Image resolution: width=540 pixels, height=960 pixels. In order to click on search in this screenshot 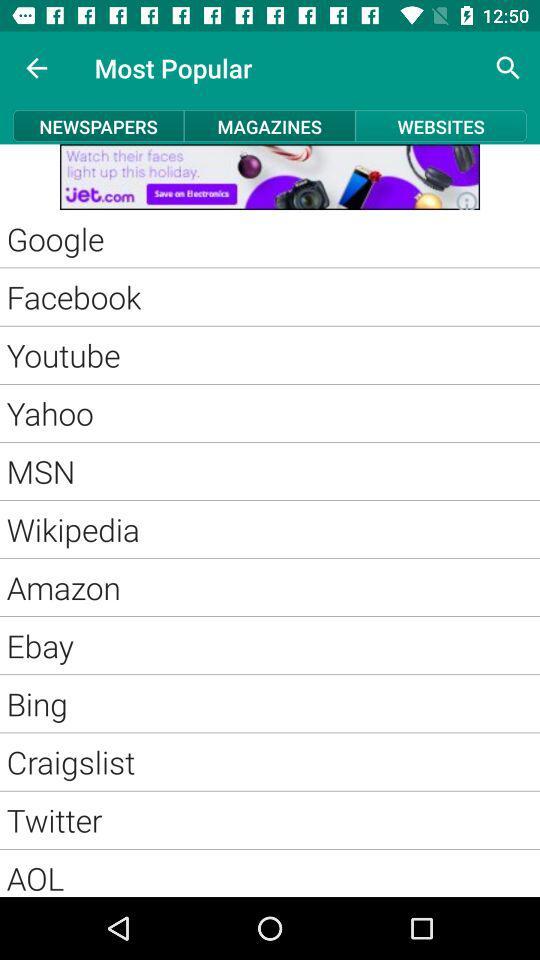, I will do `click(508, 68)`.